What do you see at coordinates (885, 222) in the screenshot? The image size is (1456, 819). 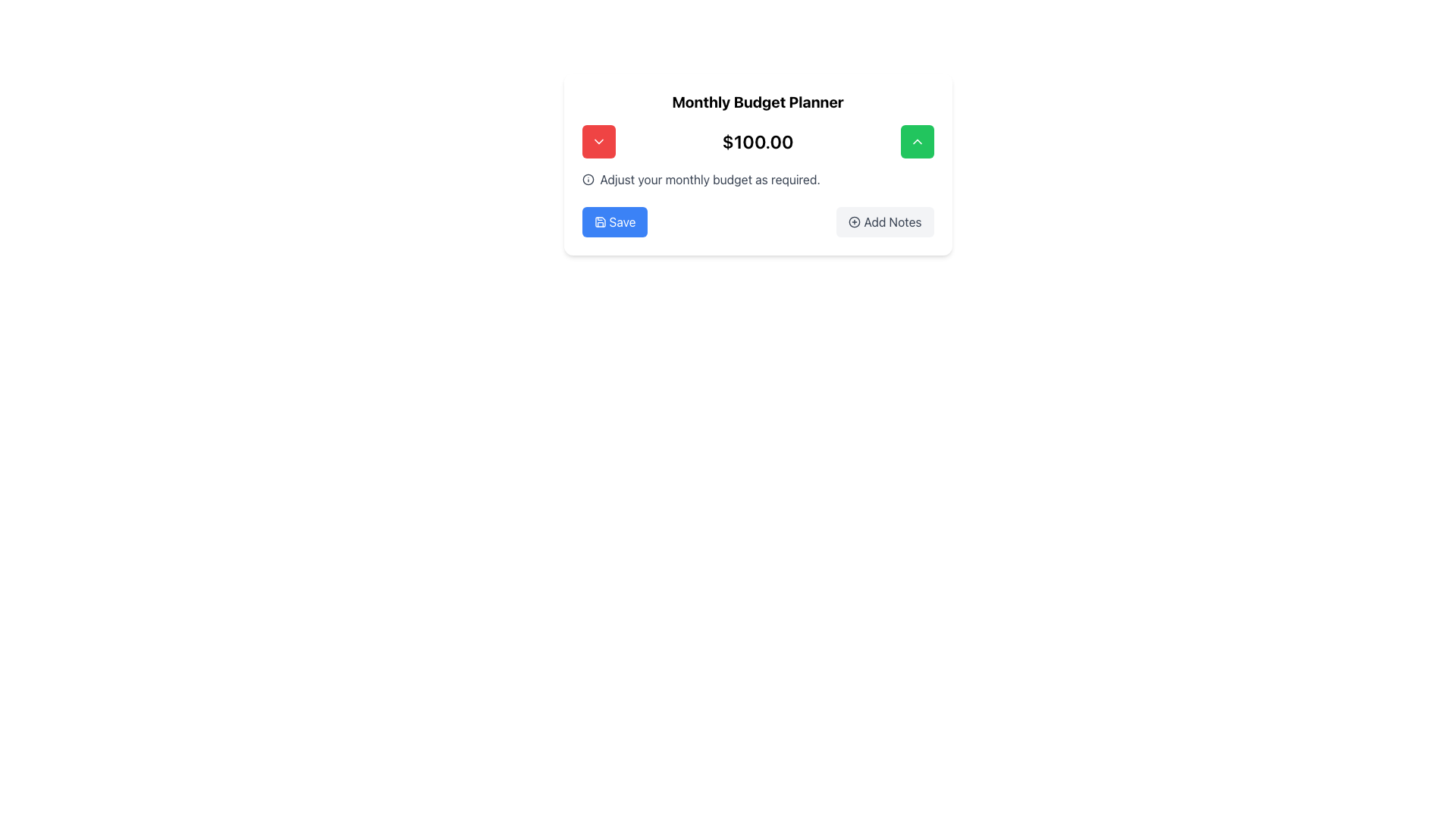 I see `the 'Add Notes' button, which is a rectangular button with rounded corners, light gray background, dark gray text, and a '+' icon to the left of the text` at bounding box center [885, 222].